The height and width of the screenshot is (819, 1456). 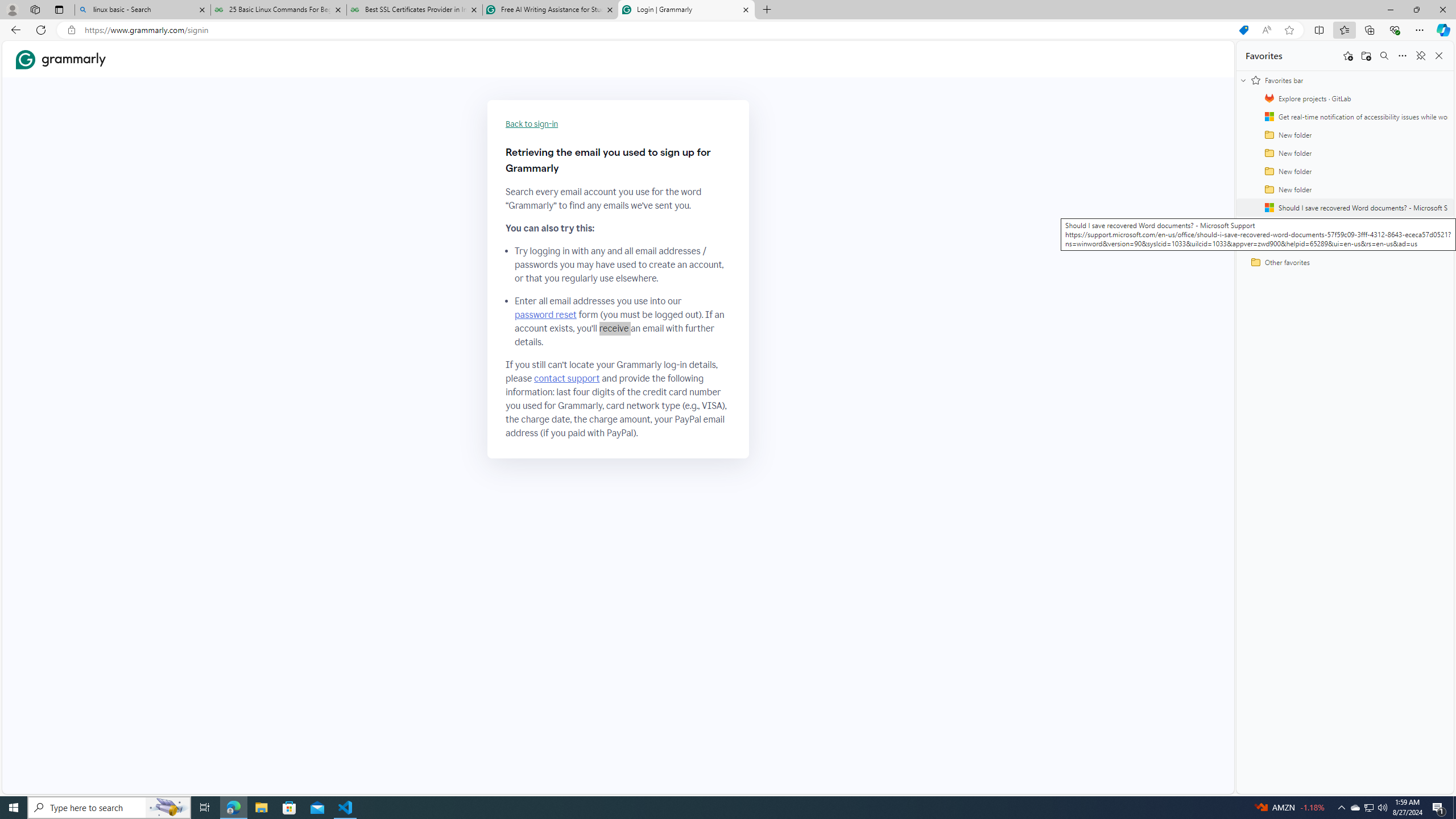 I want to click on 'contact support', so click(x=566, y=379).